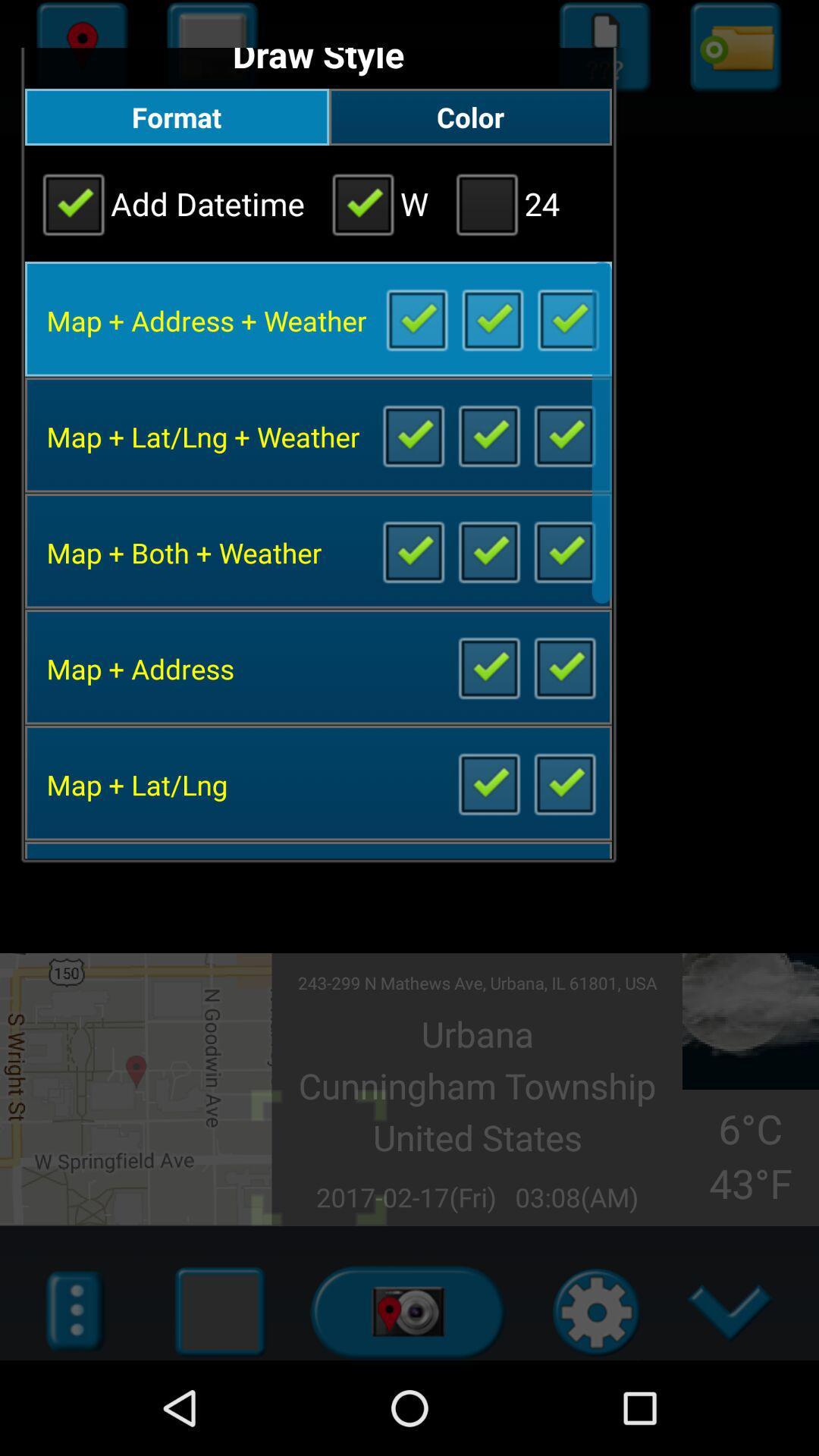 The width and height of the screenshot is (819, 1456). I want to click on option, so click(567, 318).